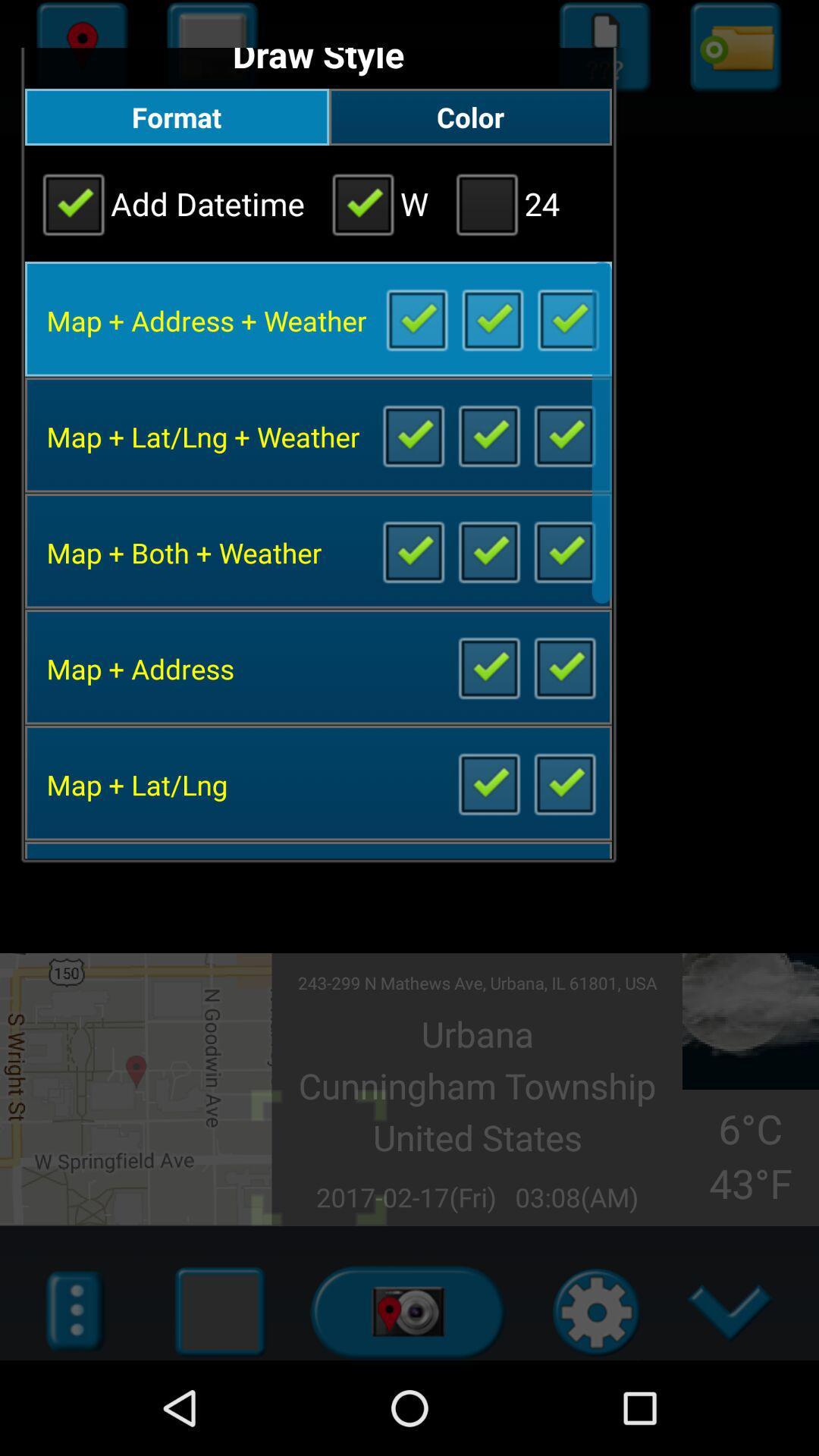 The width and height of the screenshot is (819, 1456). I want to click on option, so click(567, 318).